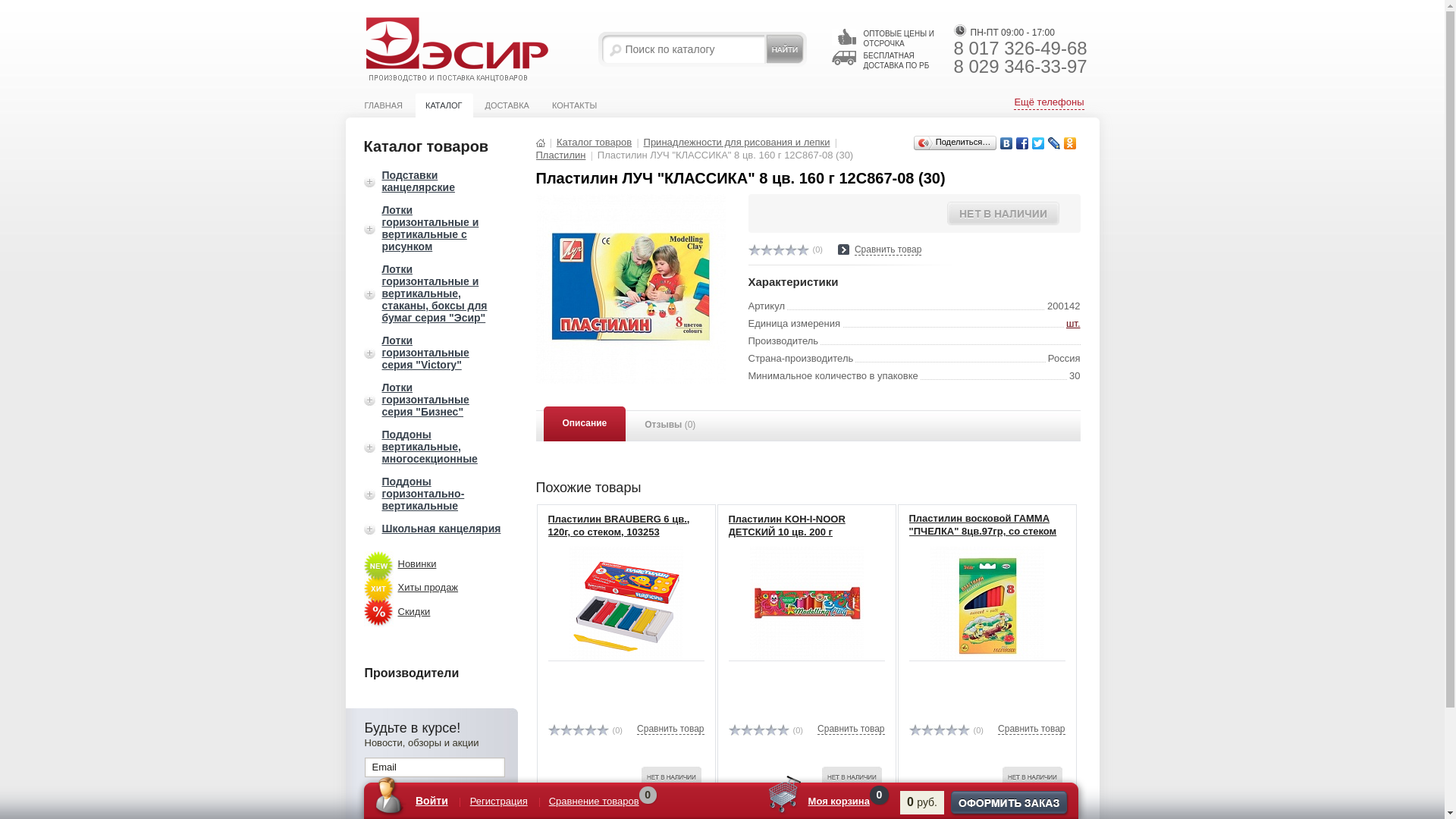 The image size is (1456, 819). What do you see at coordinates (1037, 143) in the screenshot?
I see `'Twitter'` at bounding box center [1037, 143].